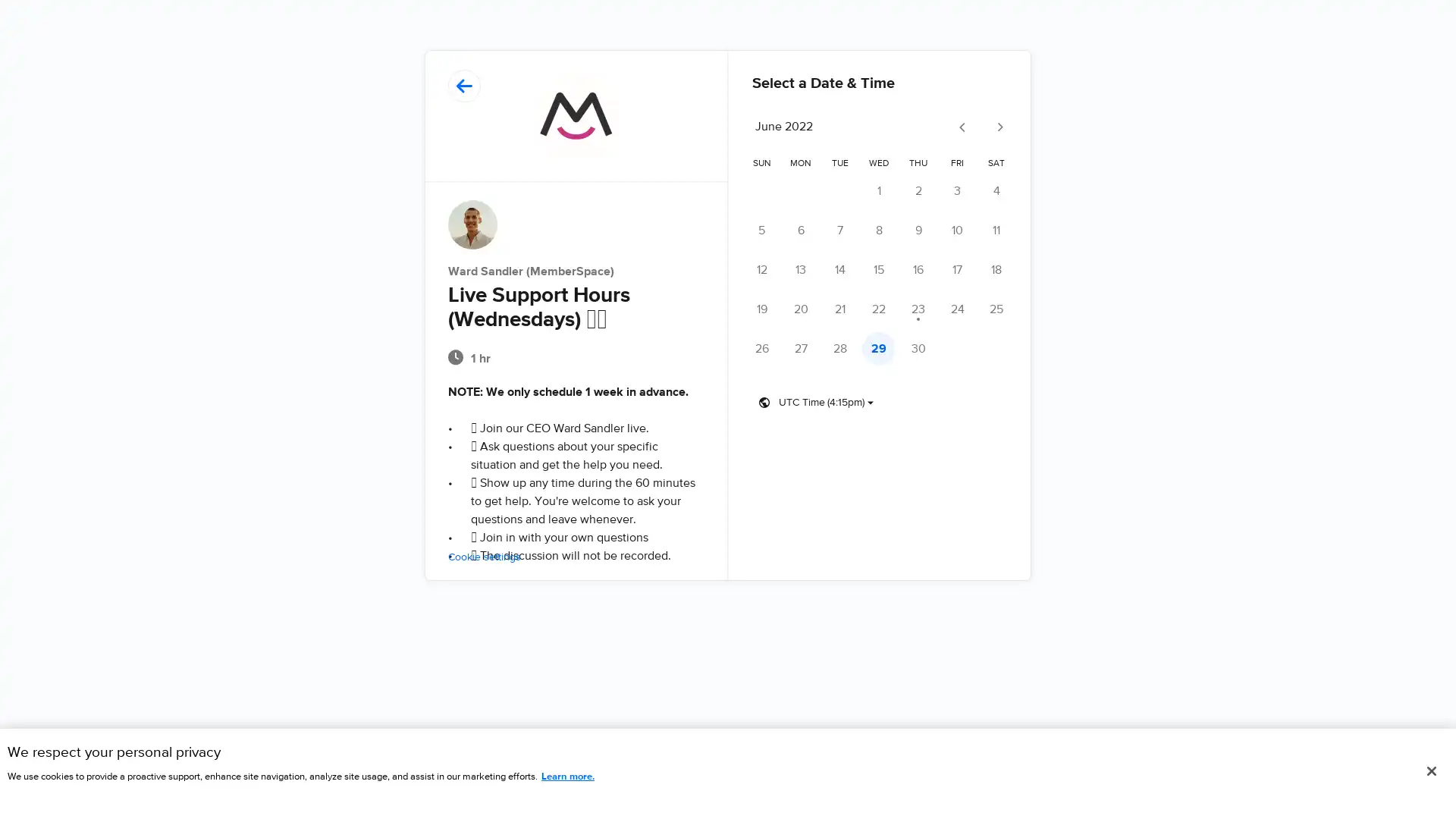 The height and width of the screenshot is (819, 1456). What do you see at coordinates (878, 268) in the screenshot?
I see `Wednesday, June 15 - No times available` at bounding box center [878, 268].